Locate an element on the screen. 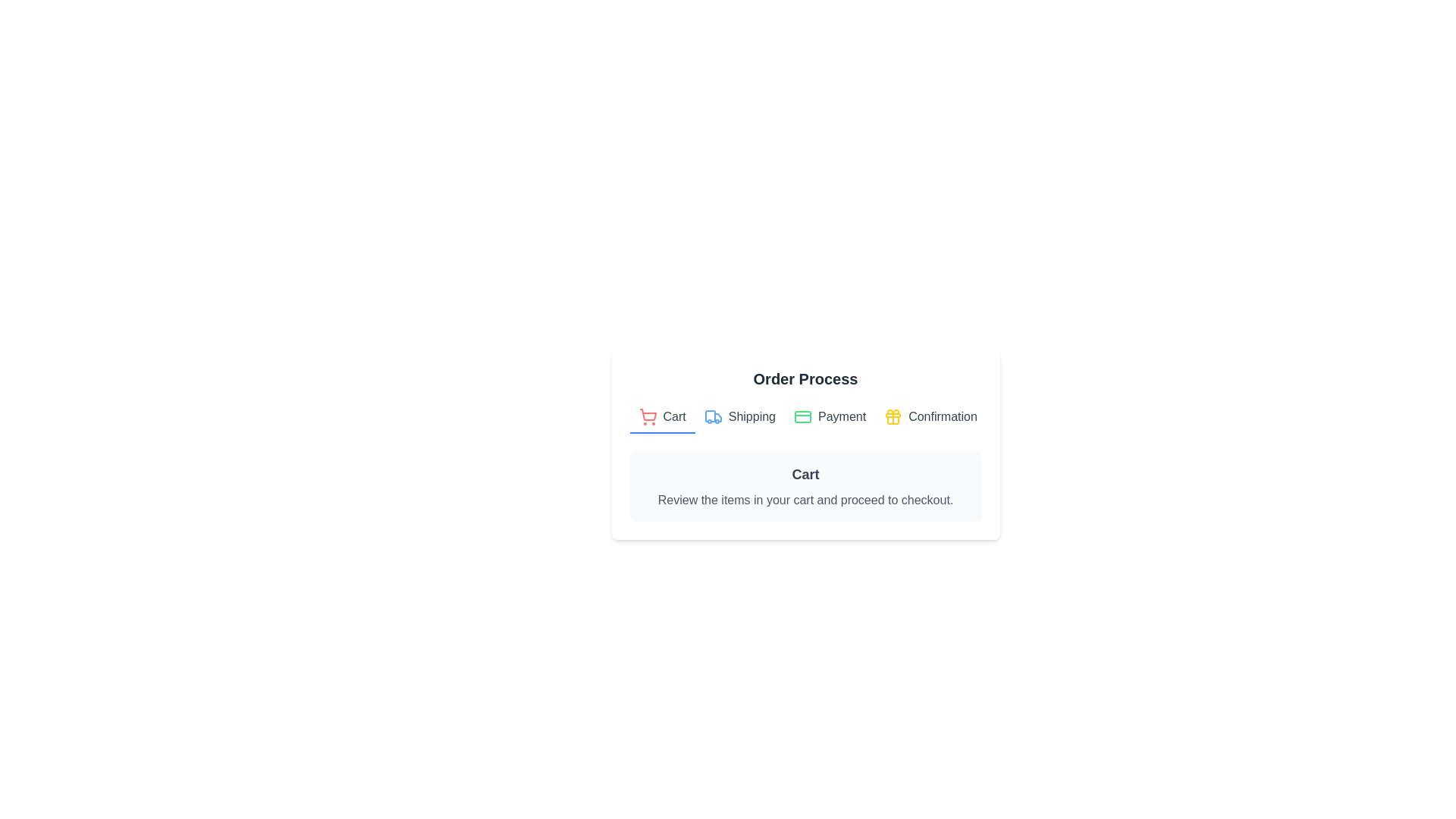  the Shipping tab to navigate to the corresponding step is located at coordinates (739, 418).